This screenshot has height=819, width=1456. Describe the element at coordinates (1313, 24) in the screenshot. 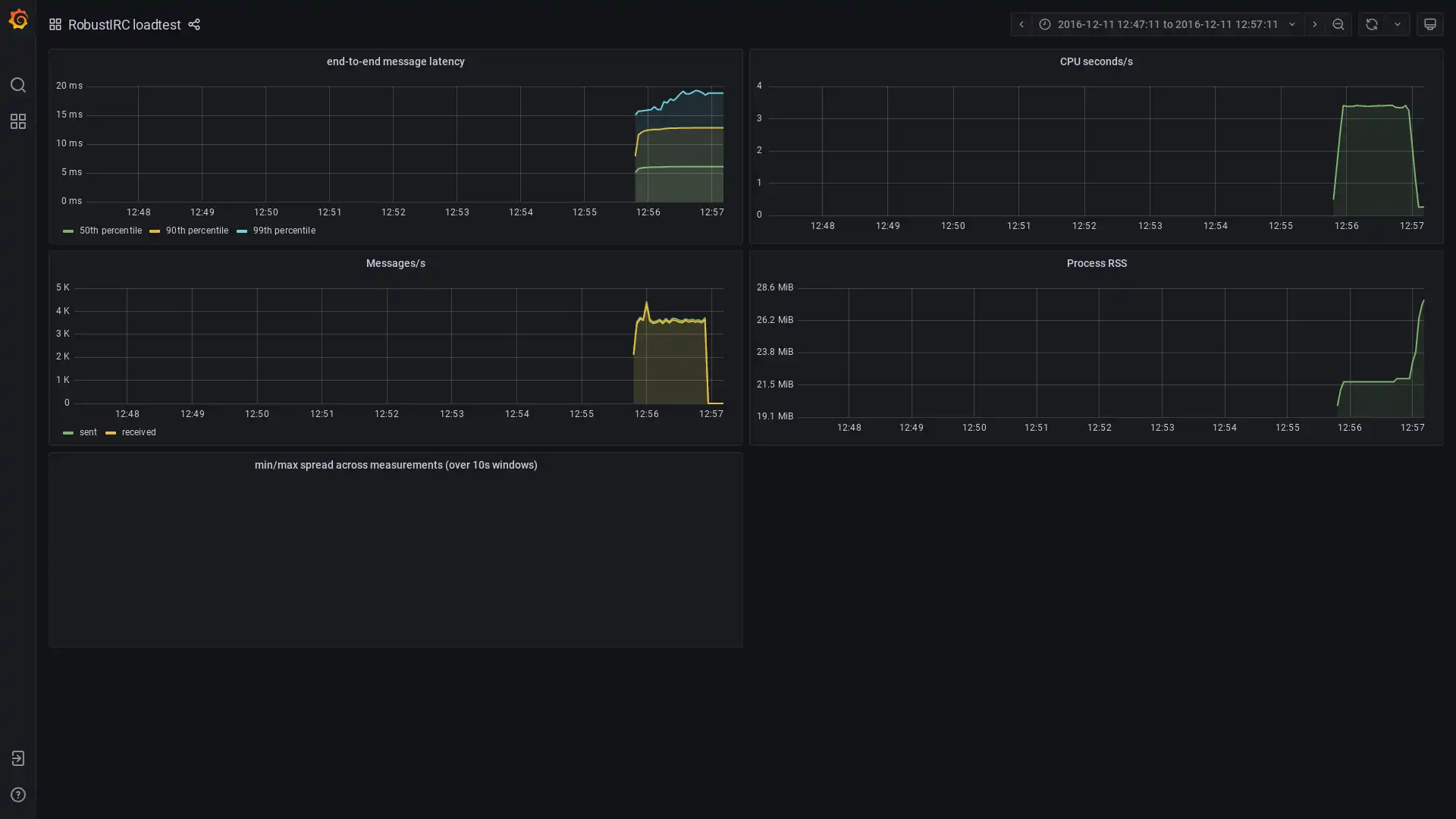

I see `Move time range forwards` at that location.